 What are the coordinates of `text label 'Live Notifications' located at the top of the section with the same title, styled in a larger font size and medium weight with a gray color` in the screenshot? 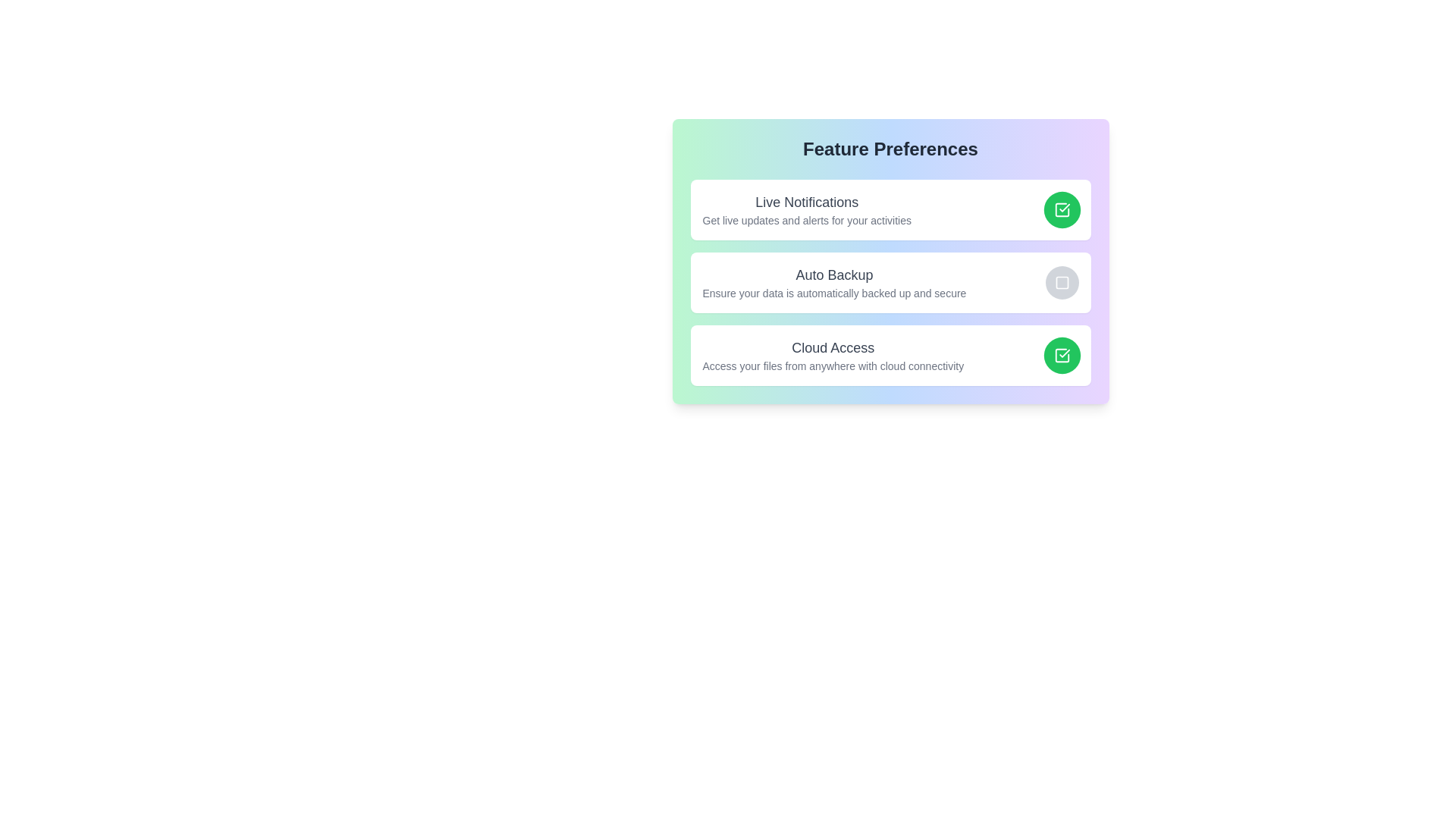 It's located at (806, 201).